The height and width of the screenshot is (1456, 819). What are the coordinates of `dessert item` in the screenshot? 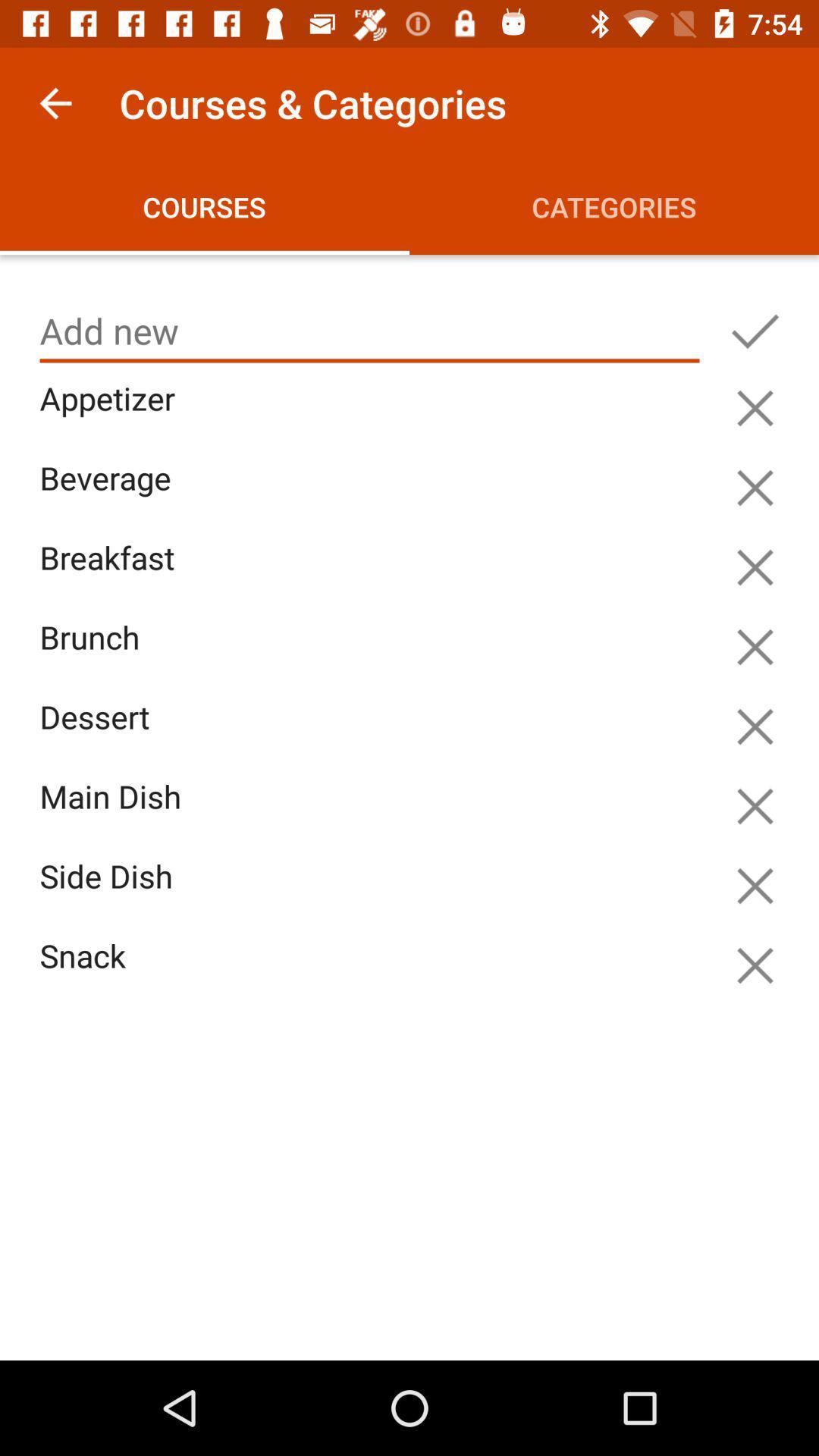 It's located at (373, 735).